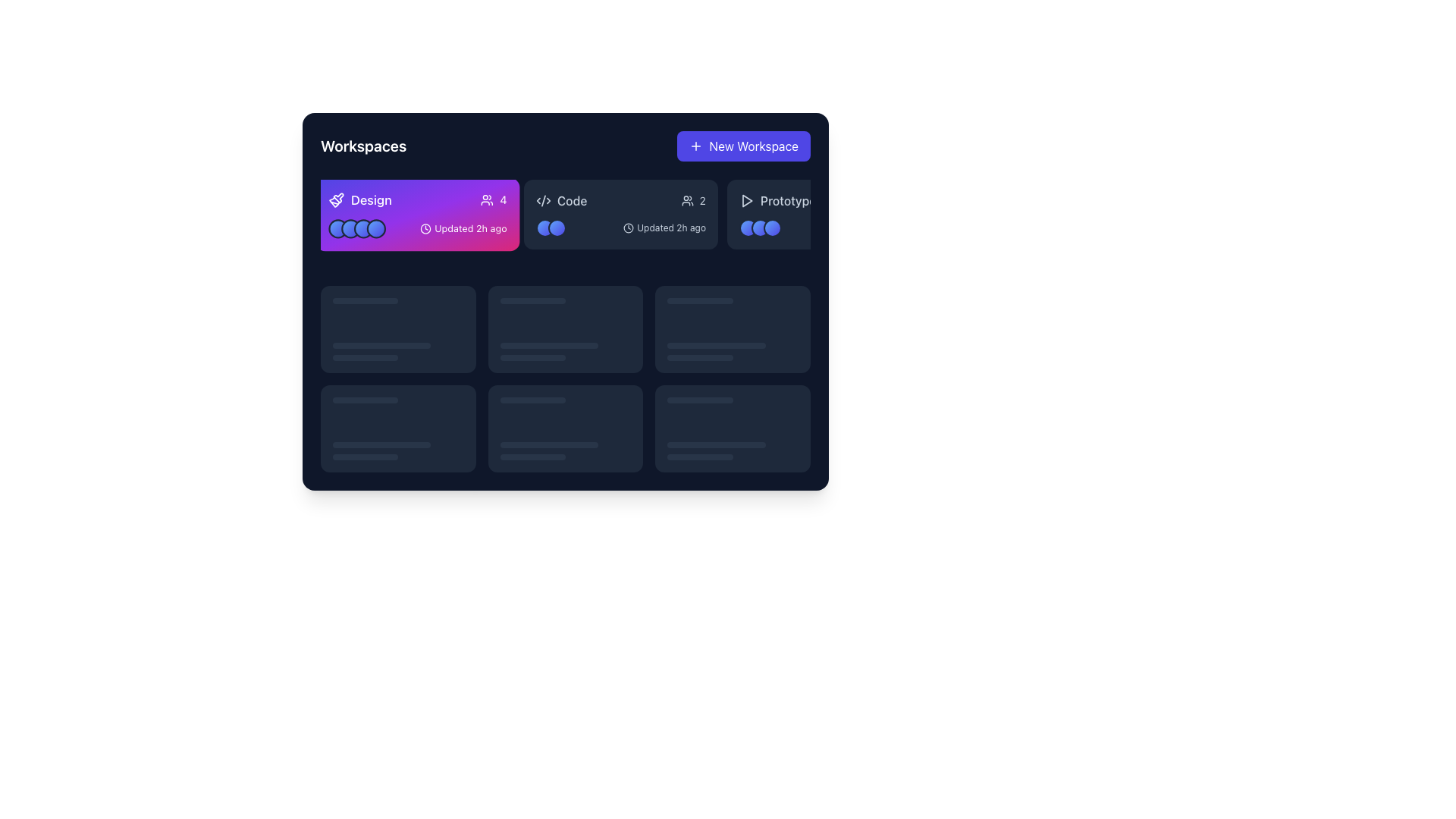 The width and height of the screenshot is (1456, 819). I want to click on the second circular Avatar-like UI component with a gradient fill transitioning from blue to indigo, located inside the 'Prototype' workspace panel near the top-right of the interface, so click(761, 227).